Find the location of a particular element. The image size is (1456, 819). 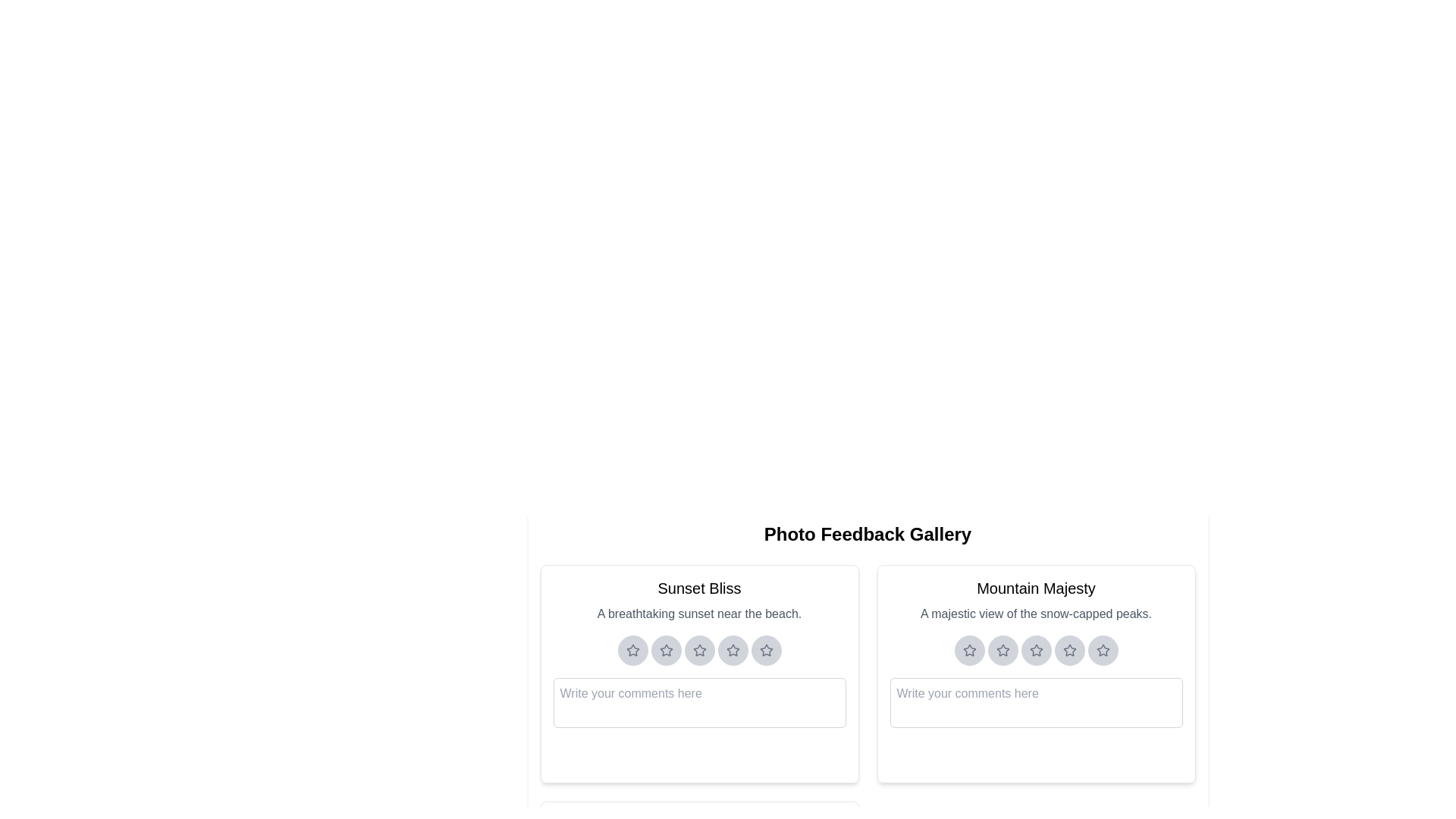

the third star icon in the rating system below the 'Sunset Bliss' heading is located at coordinates (698, 649).